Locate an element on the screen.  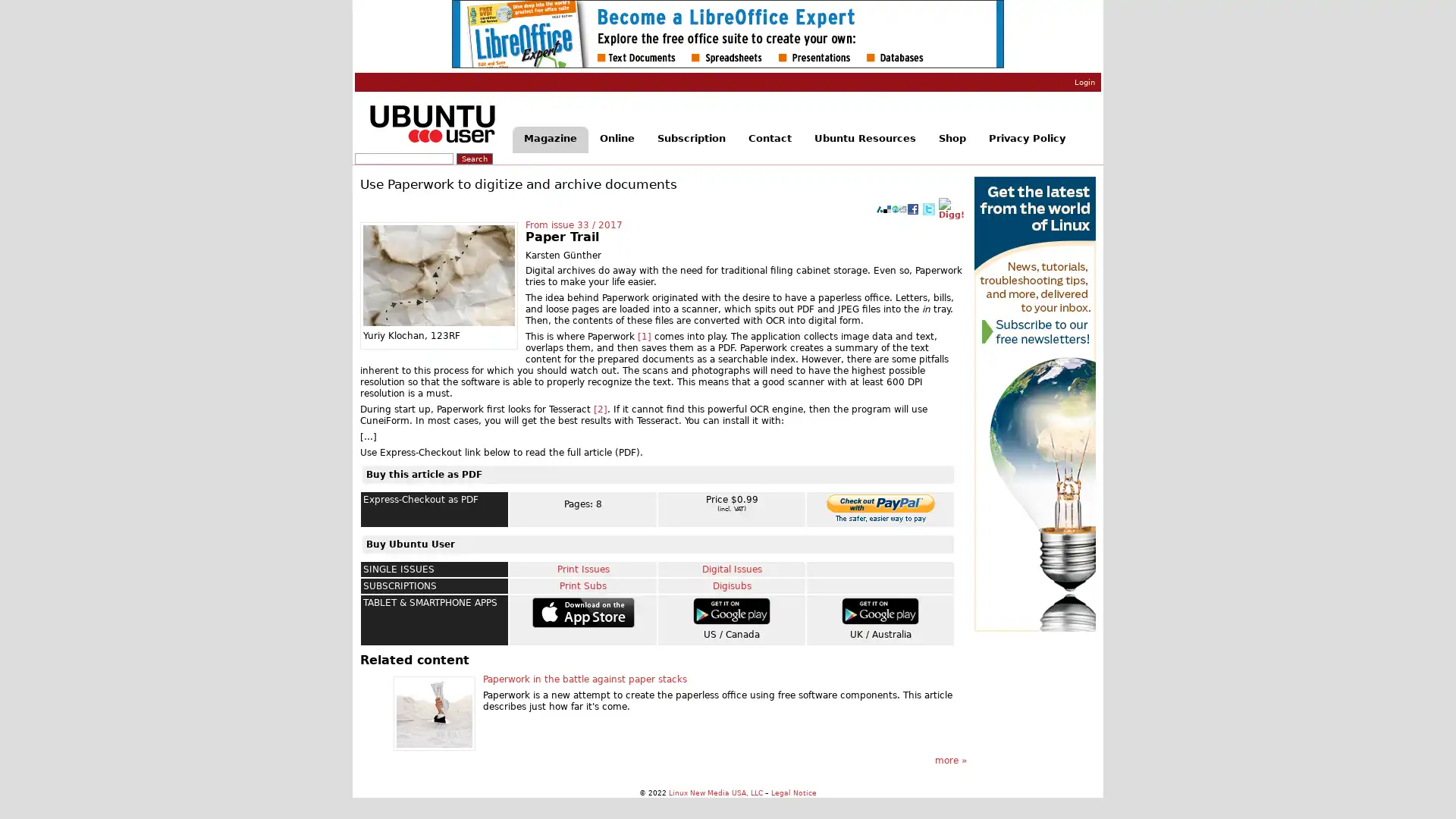
Make payments with PayPal is located at coordinates (880, 510).